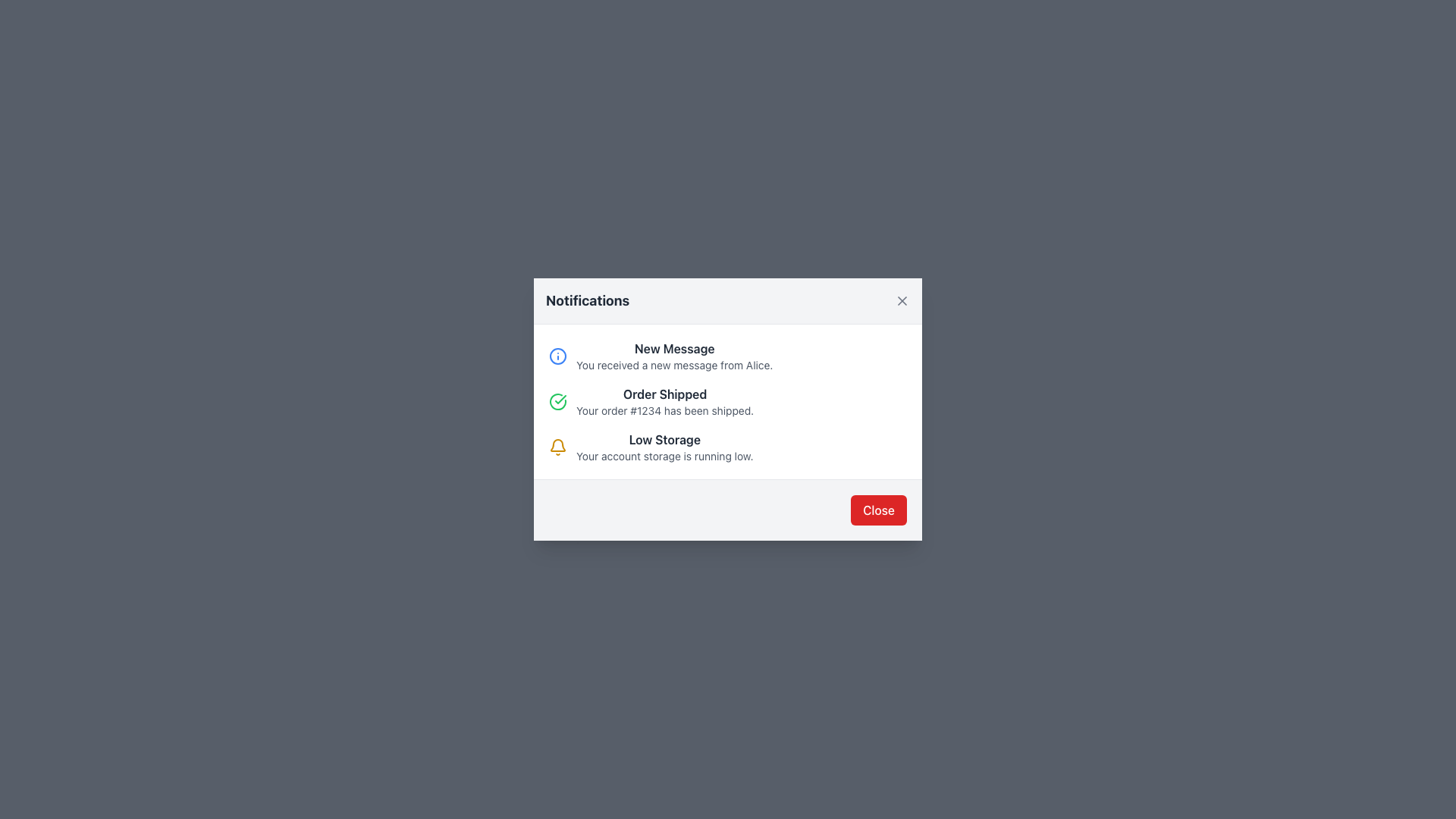 This screenshot has width=1456, height=819. Describe the element at coordinates (728, 356) in the screenshot. I see `the Notification Item that displays a blue information icon, a bolded title 'New Message', and a description 'You received a new message from Alice.'` at that location.